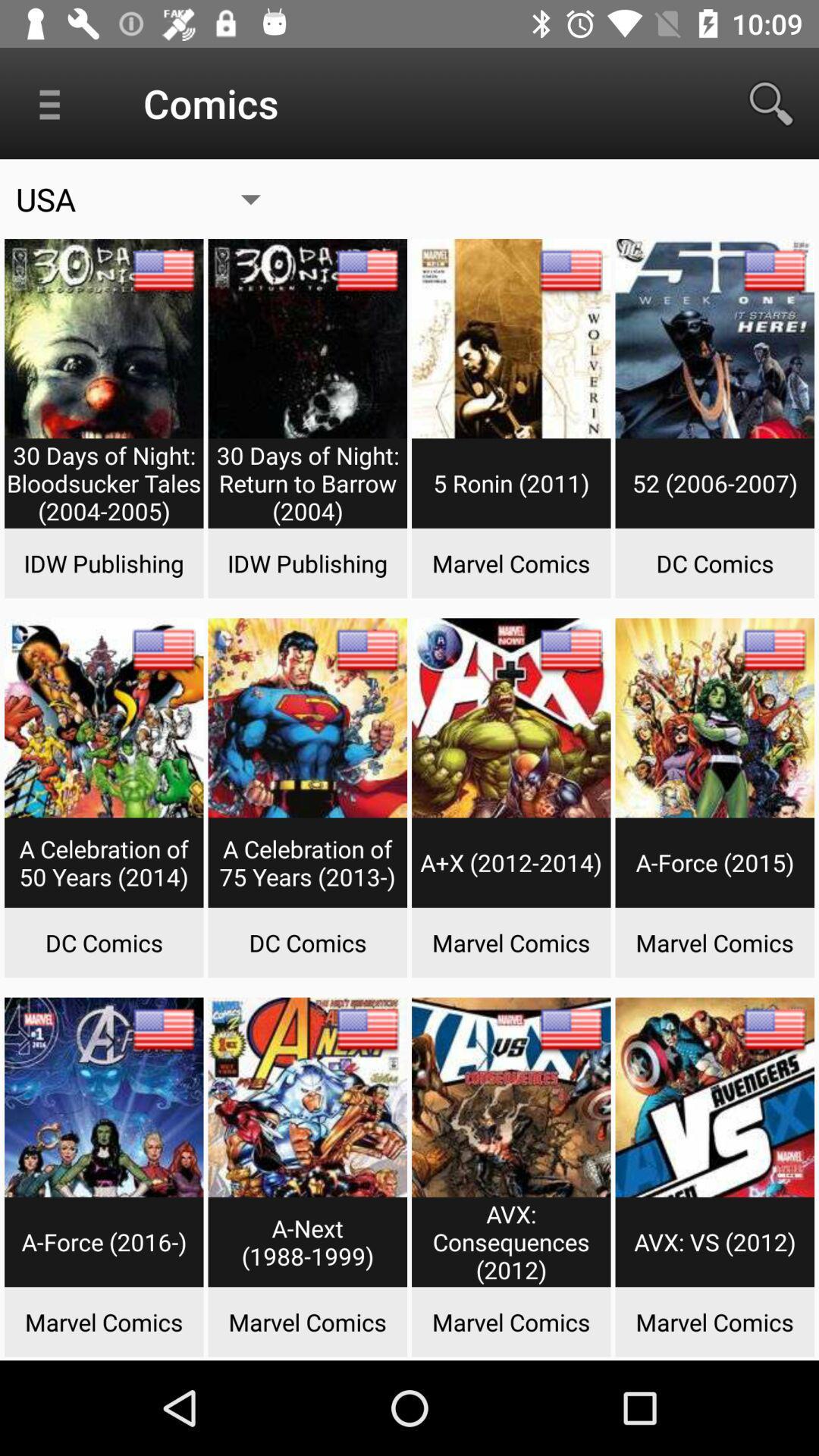 The width and height of the screenshot is (819, 1456). Describe the element at coordinates (368, 270) in the screenshot. I see `the country of second book in the first row` at that location.